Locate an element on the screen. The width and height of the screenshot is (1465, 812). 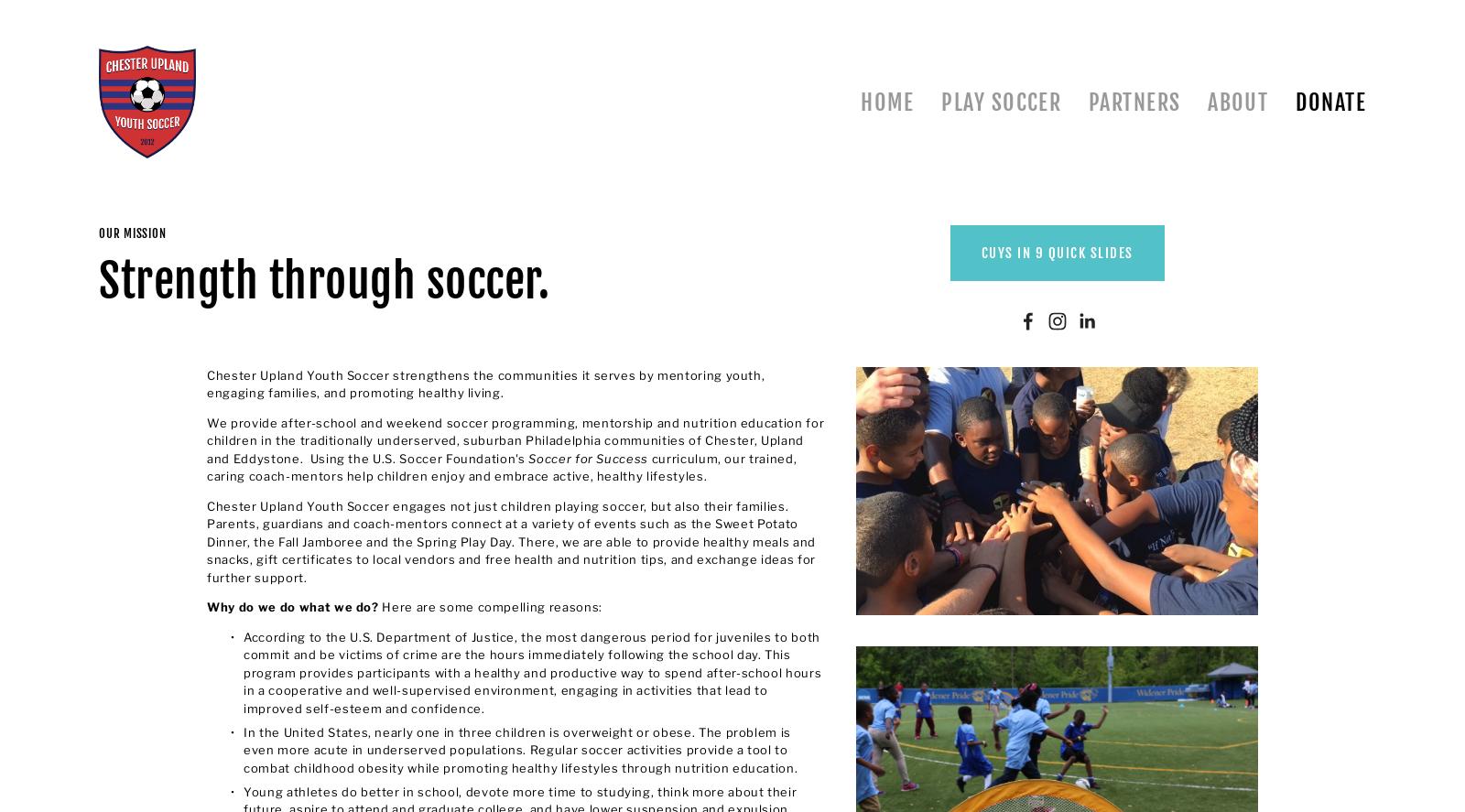
'Strength through soccer.' is located at coordinates (324, 280).